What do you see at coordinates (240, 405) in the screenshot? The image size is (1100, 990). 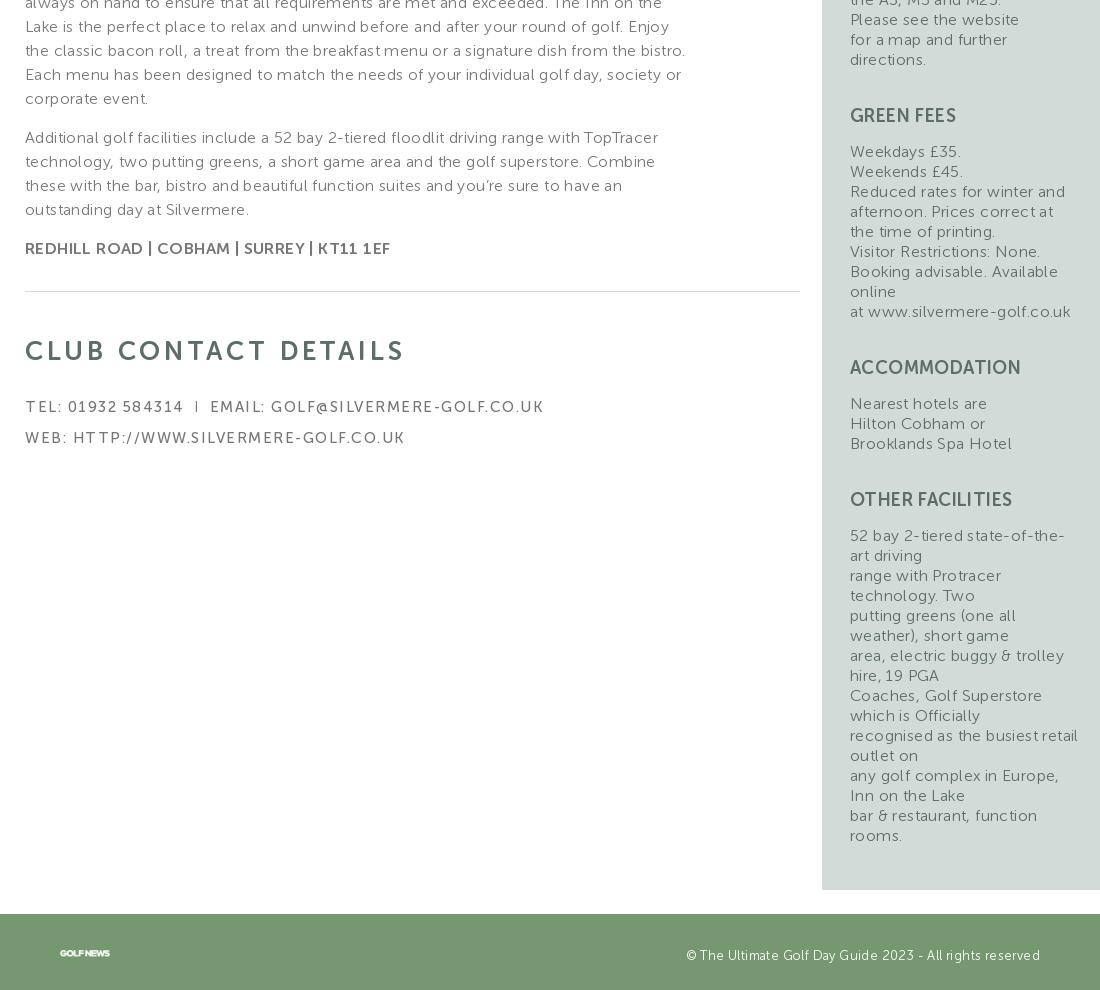 I see `'Email:'` at bounding box center [240, 405].